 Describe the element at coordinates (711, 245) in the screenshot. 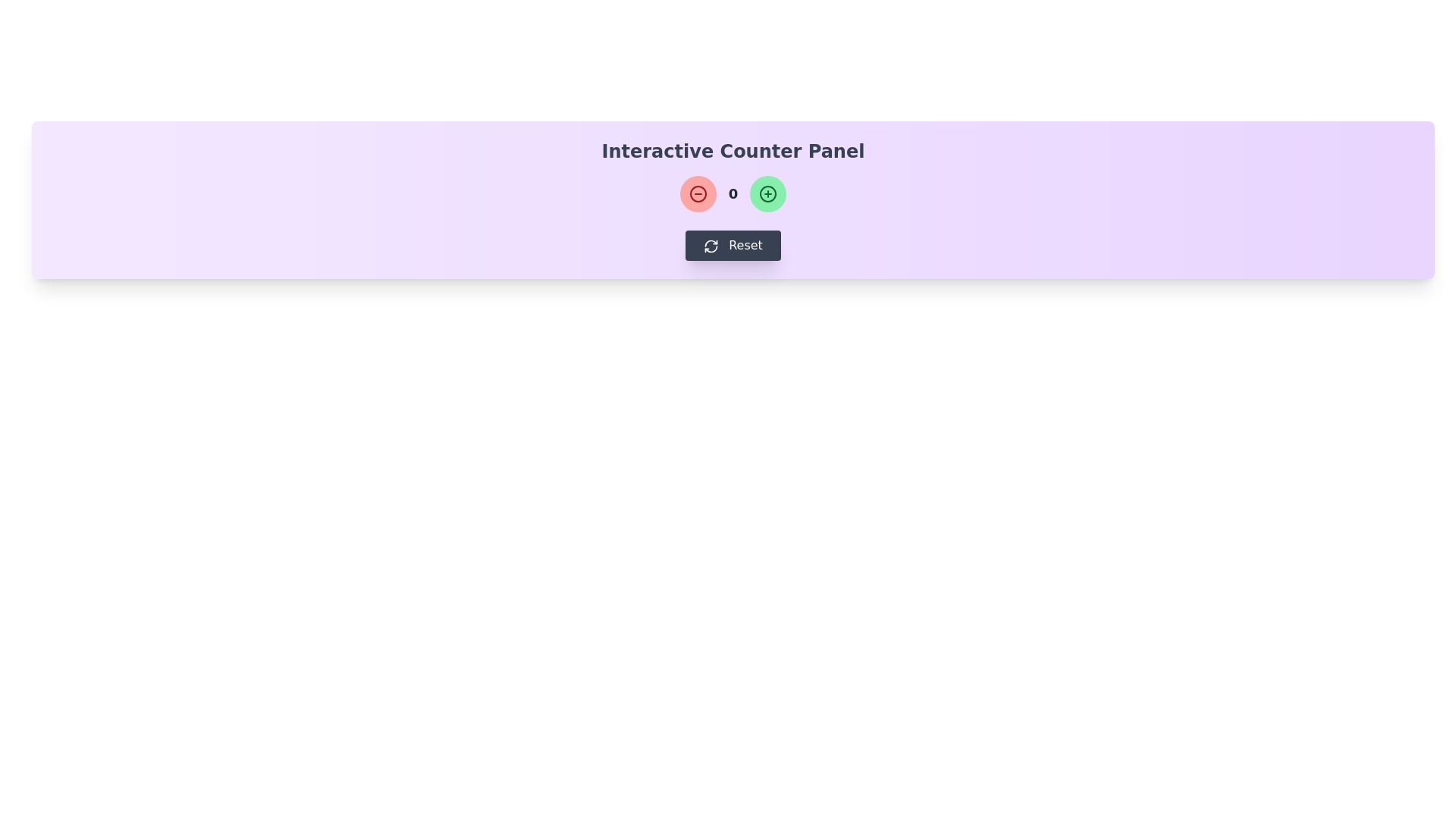

I see `the refresh icon located to the left of the 'Reset' text within the dark-styled 'Reset' button` at that location.